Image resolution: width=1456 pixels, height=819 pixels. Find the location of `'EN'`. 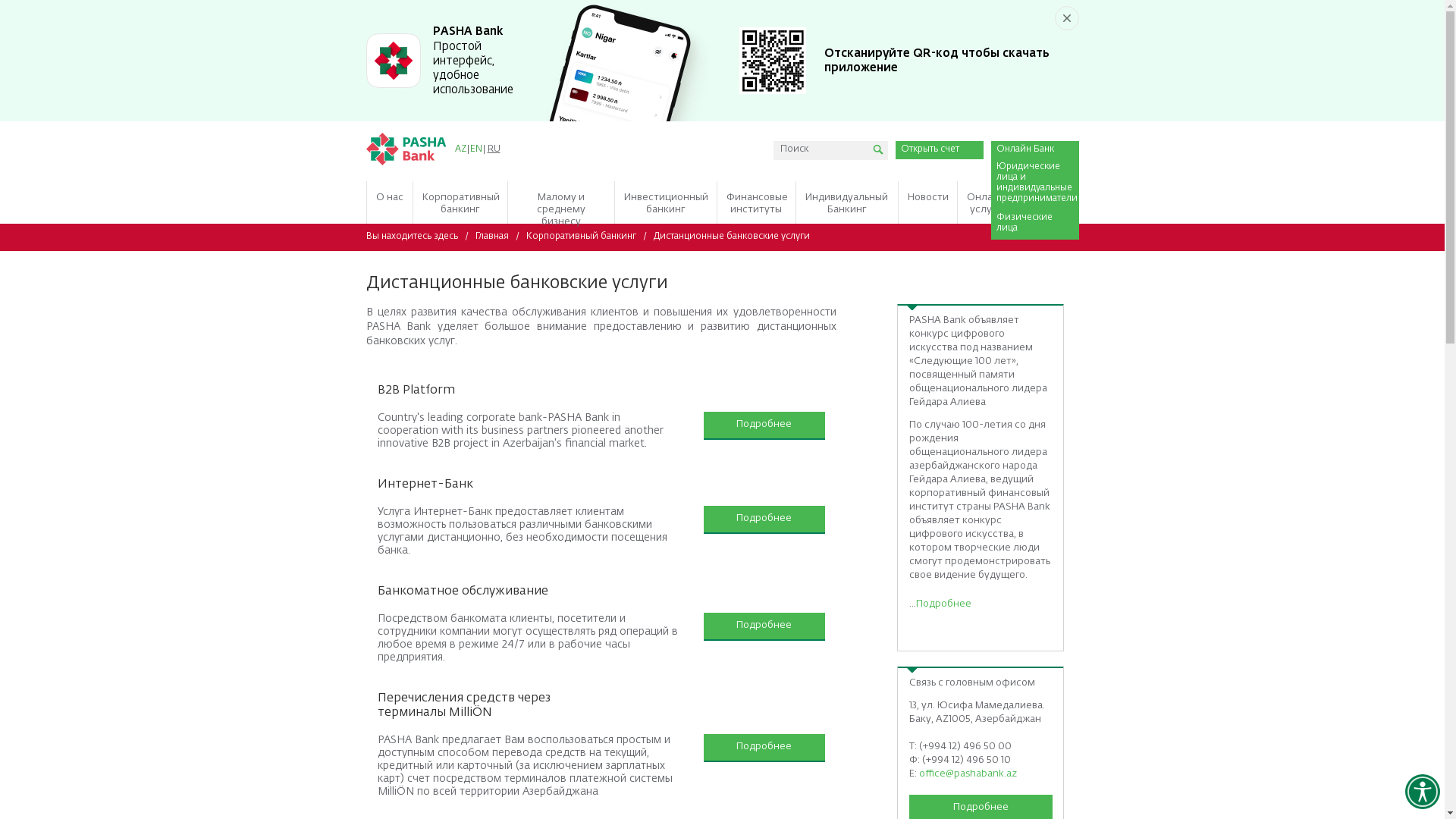

'EN' is located at coordinates (475, 149).